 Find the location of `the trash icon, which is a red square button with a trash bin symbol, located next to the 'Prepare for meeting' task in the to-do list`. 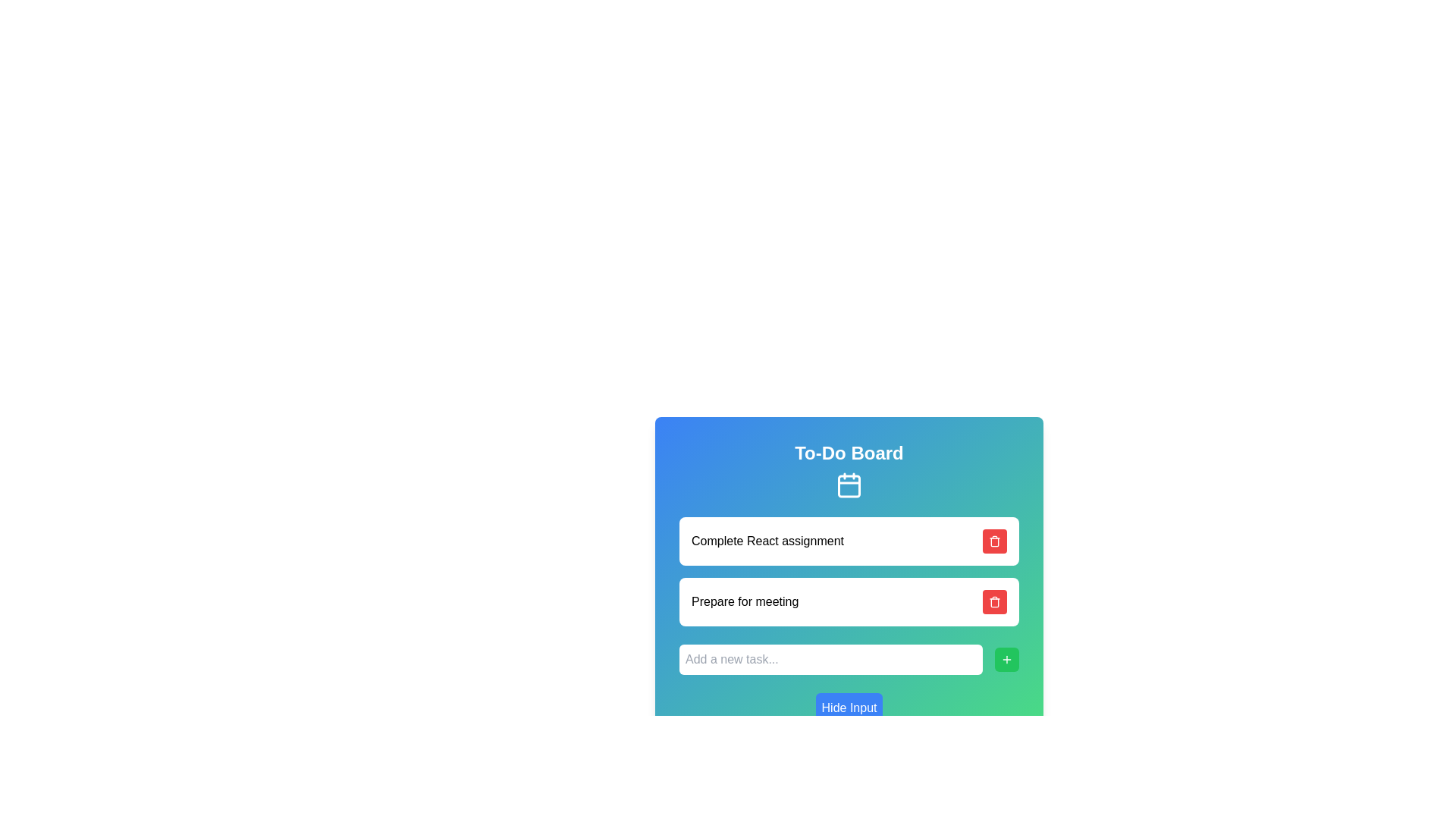

the trash icon, which is a red square button with a trash bin symbol, located next to the 'Prepare for meeting' task in the to-do list is located at coordinates (994, 601).